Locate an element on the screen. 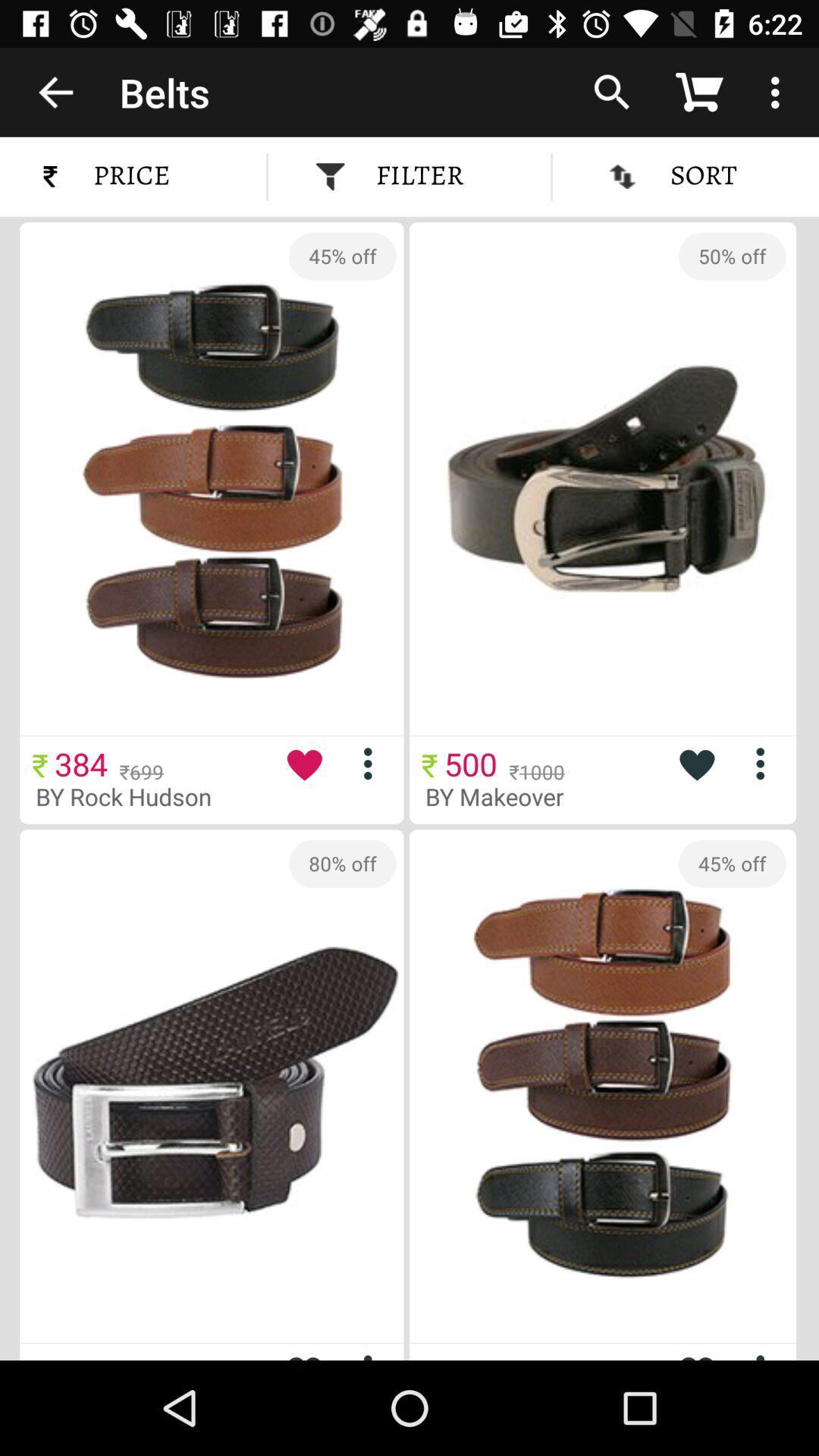 The image size is (819, 1456). to favorites is located at coordinates (304, 1351).